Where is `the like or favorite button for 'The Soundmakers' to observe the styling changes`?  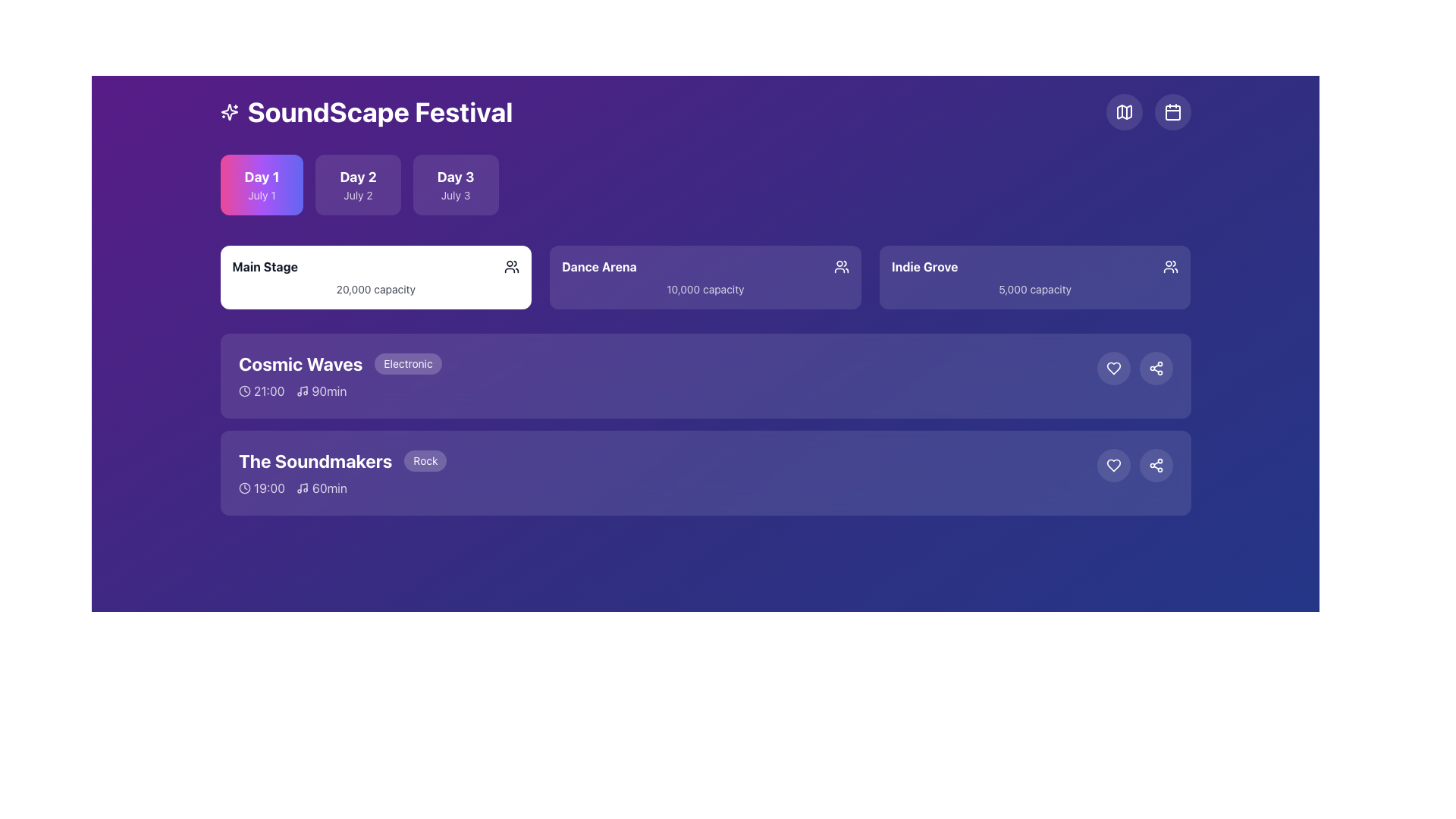
the like or favorite button for 'The Soundmakers' to observe the styling changes is located at coordinates (1113, 464).